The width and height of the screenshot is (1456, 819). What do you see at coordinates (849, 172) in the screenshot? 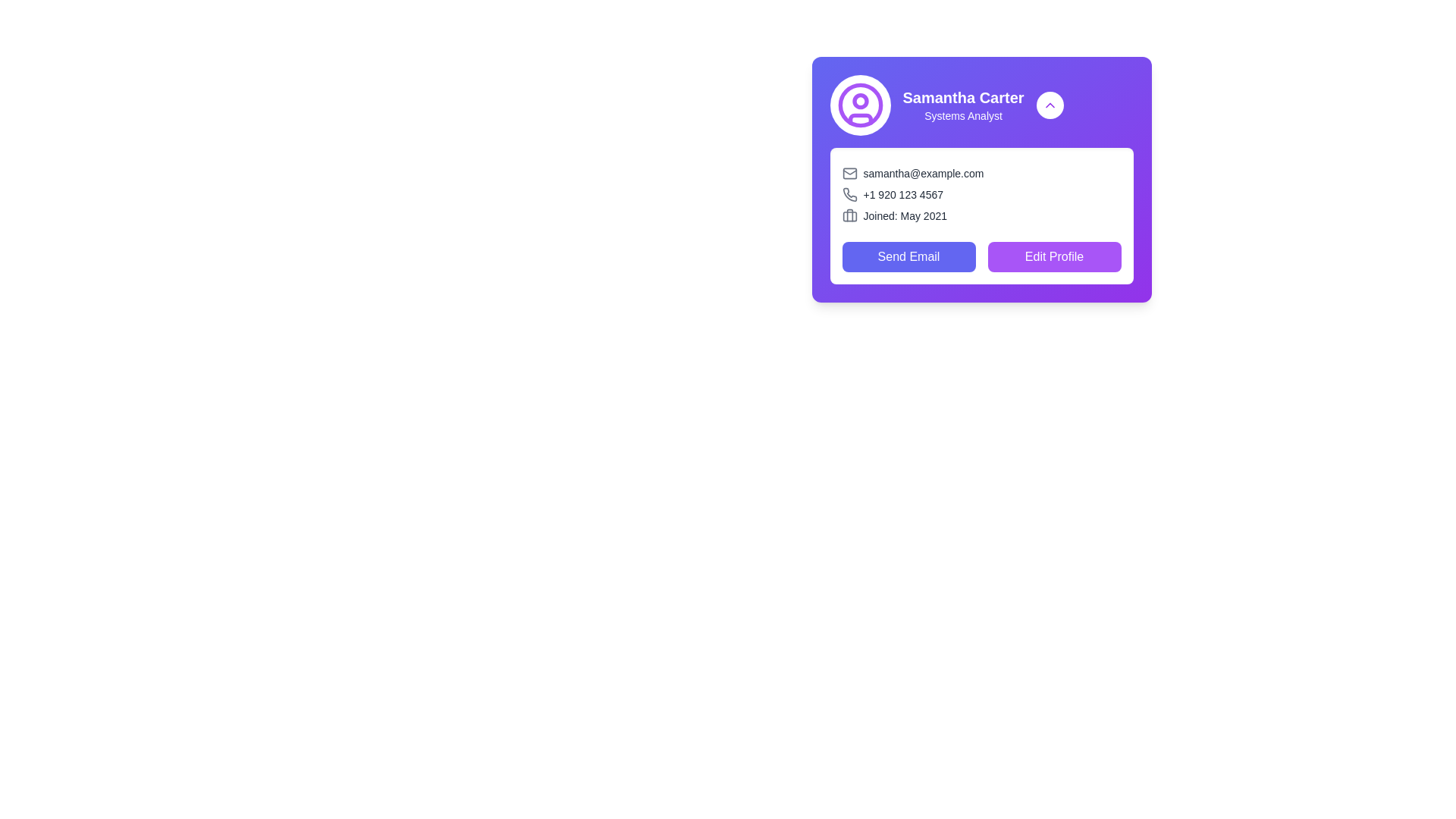
I see `the decorative vector graphic rectangle that forms part of the mail envelope icon within the profile card interface` at bounding box center [849, 172].